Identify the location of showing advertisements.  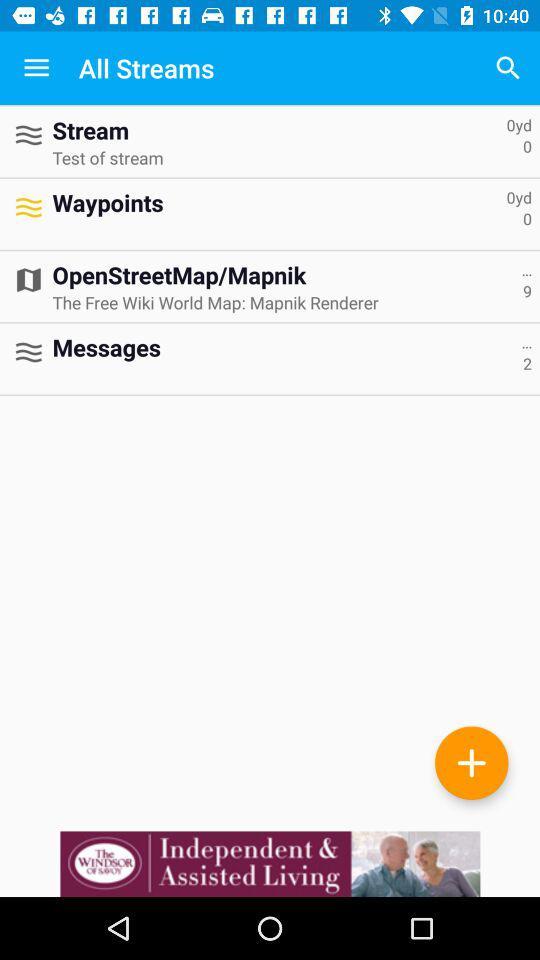
(270, 863).